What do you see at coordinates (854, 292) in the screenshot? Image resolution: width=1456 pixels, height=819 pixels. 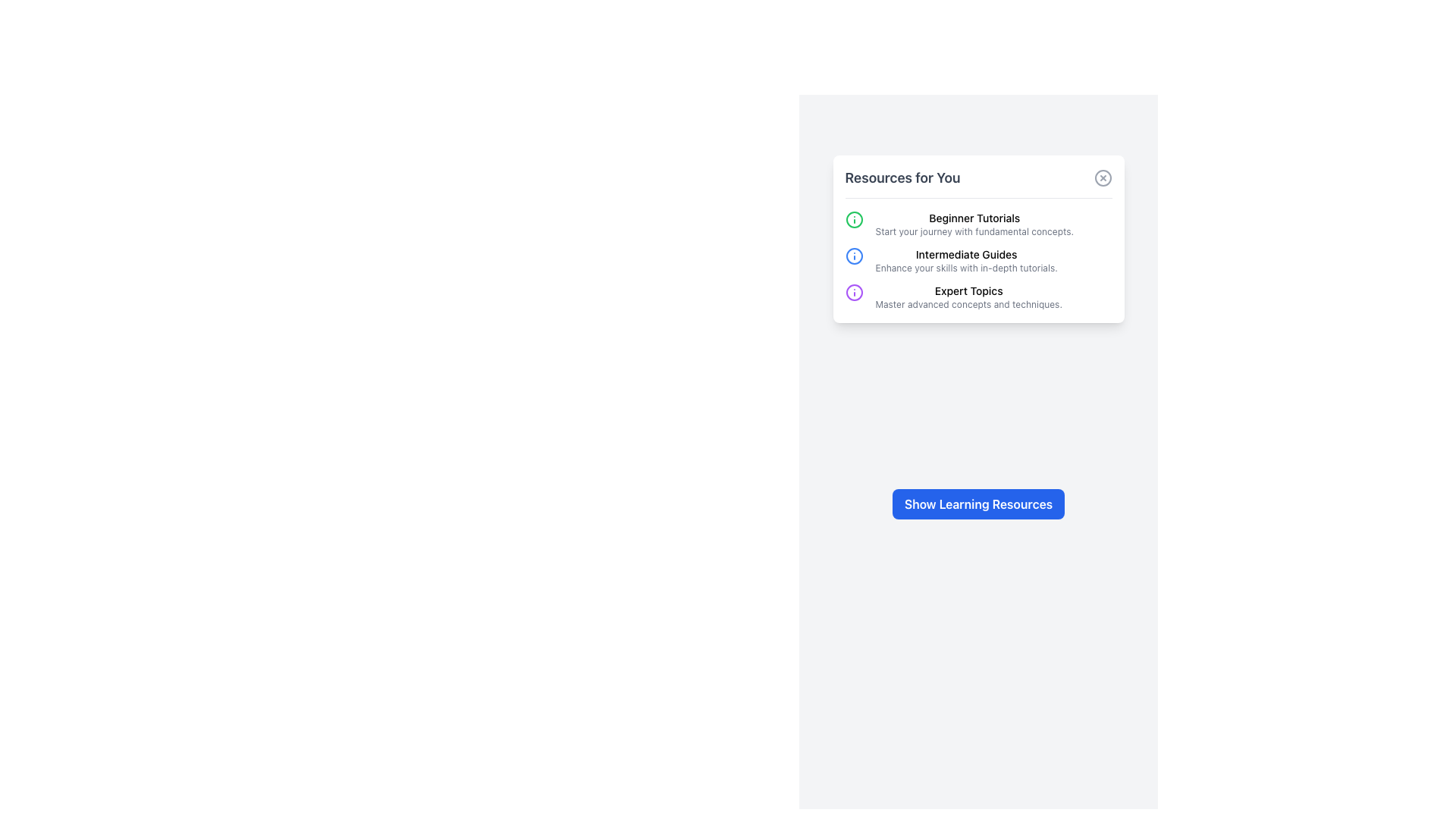 I see `the Circle SVG graphic component associated with the 'Beginner Tutorials' section, which is positioned slightly to the left of the text description` at bounding box center [854, 292].